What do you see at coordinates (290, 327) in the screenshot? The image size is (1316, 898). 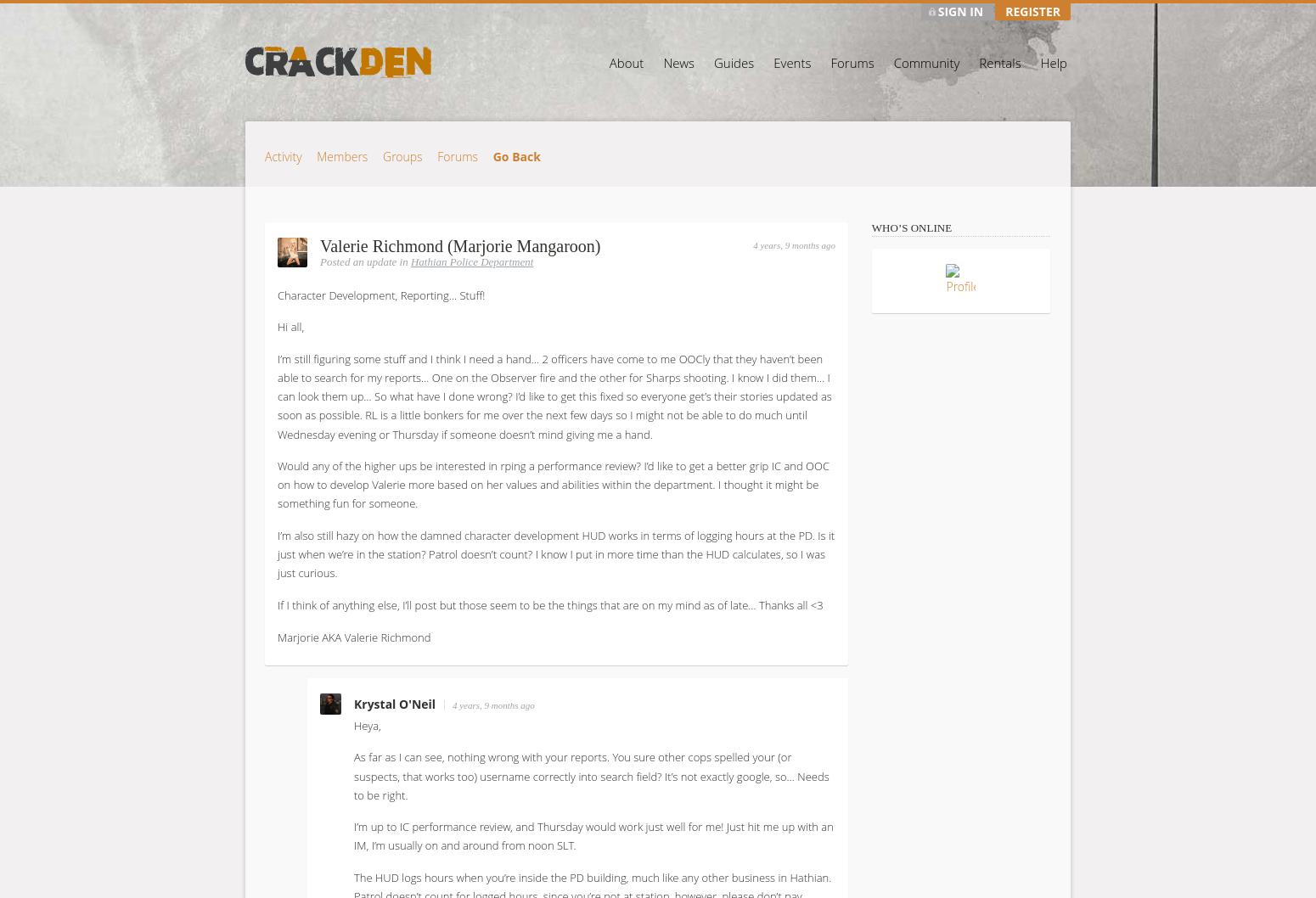 I see `'Hi all,'` at bounding box center [290, 327].